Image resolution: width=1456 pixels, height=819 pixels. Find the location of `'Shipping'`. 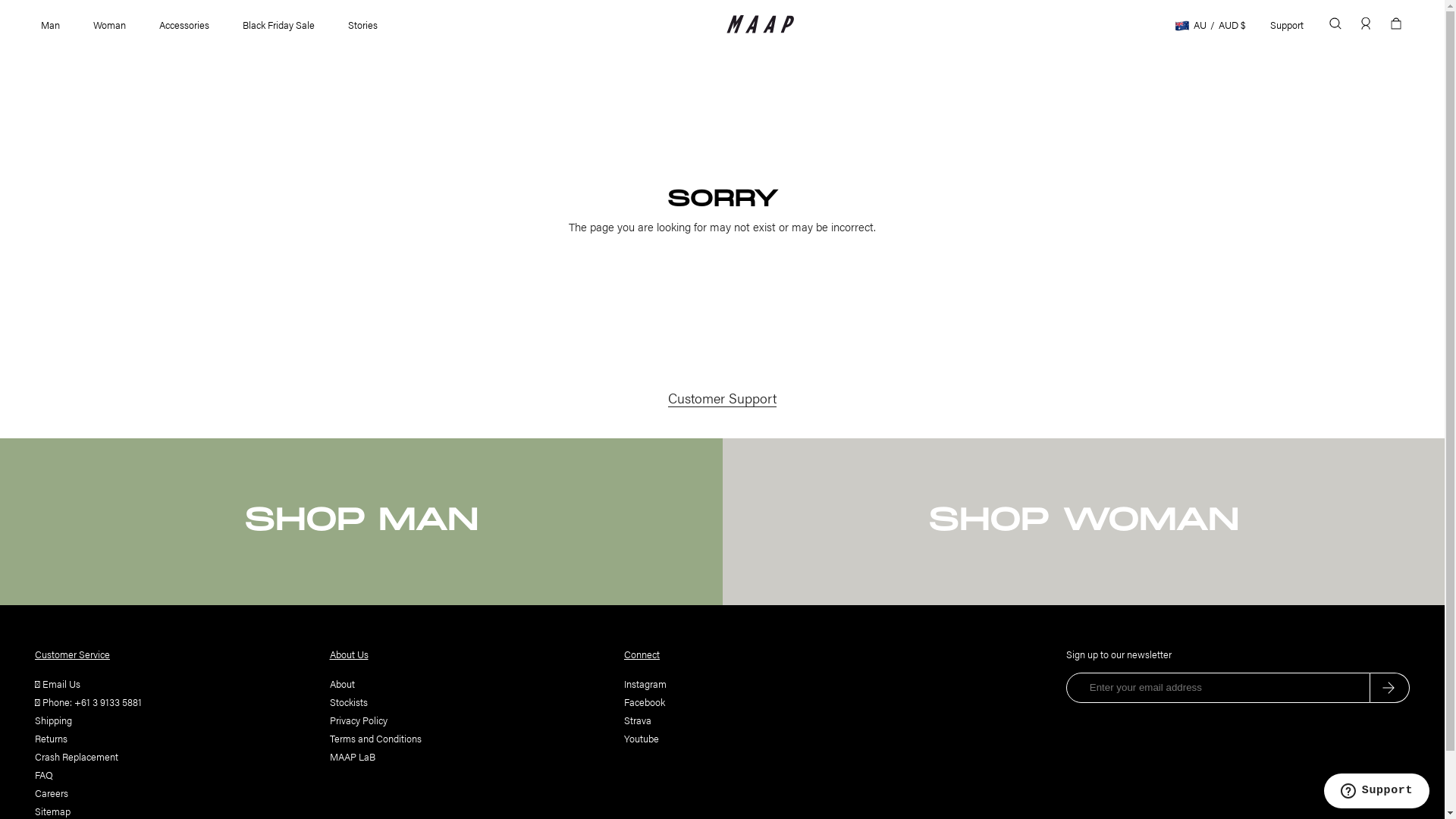

'Shipping' is located at coordinates (53, 719).